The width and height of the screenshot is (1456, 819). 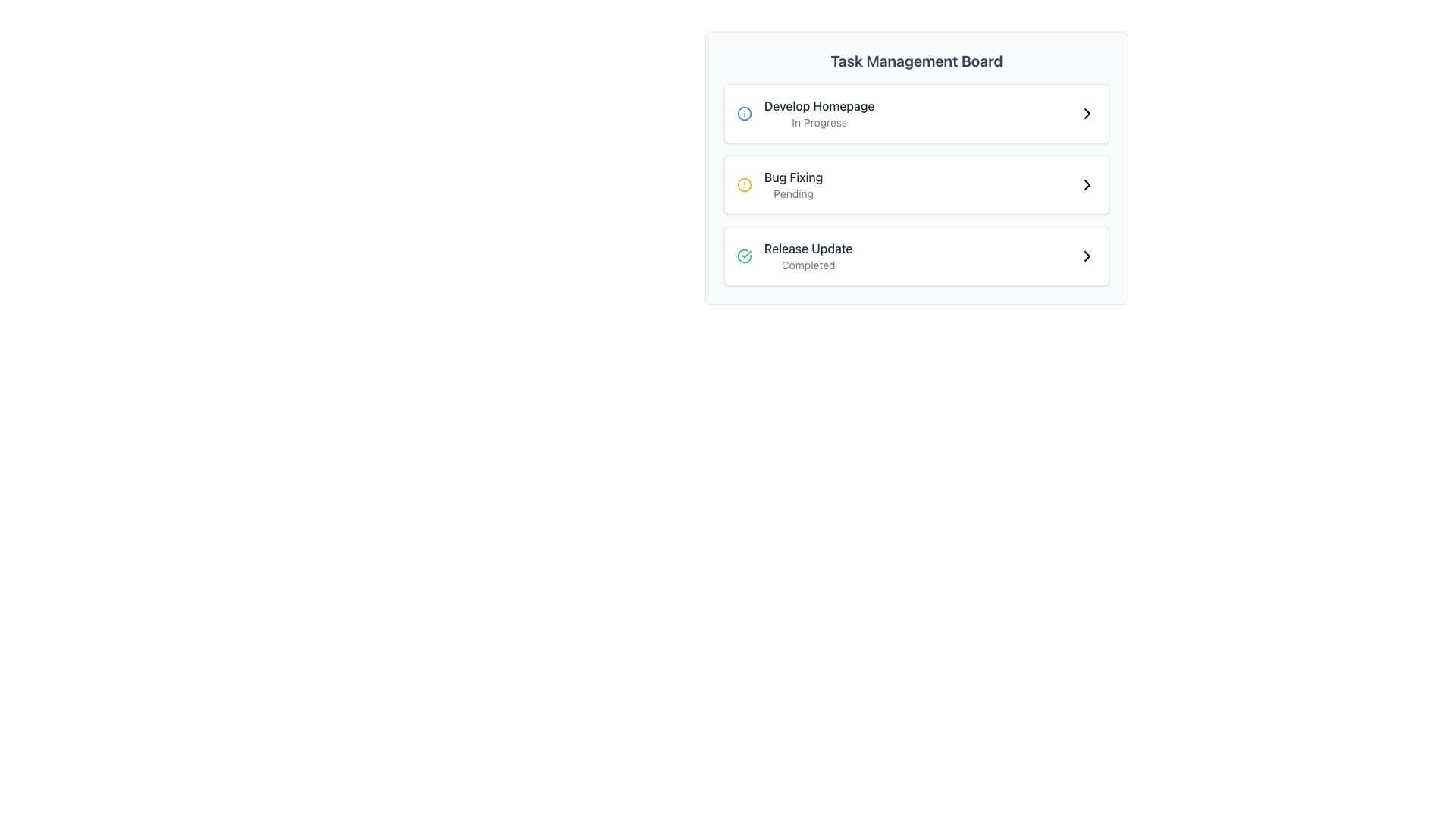 What do you see at coordinates (1087, 184) in the screenshot?
I see `the triangular-shaped right arrow icon in the 'Bug Fixing' task list row, which is styled with a minimalist black outline` at bounding box center [1087, 184].